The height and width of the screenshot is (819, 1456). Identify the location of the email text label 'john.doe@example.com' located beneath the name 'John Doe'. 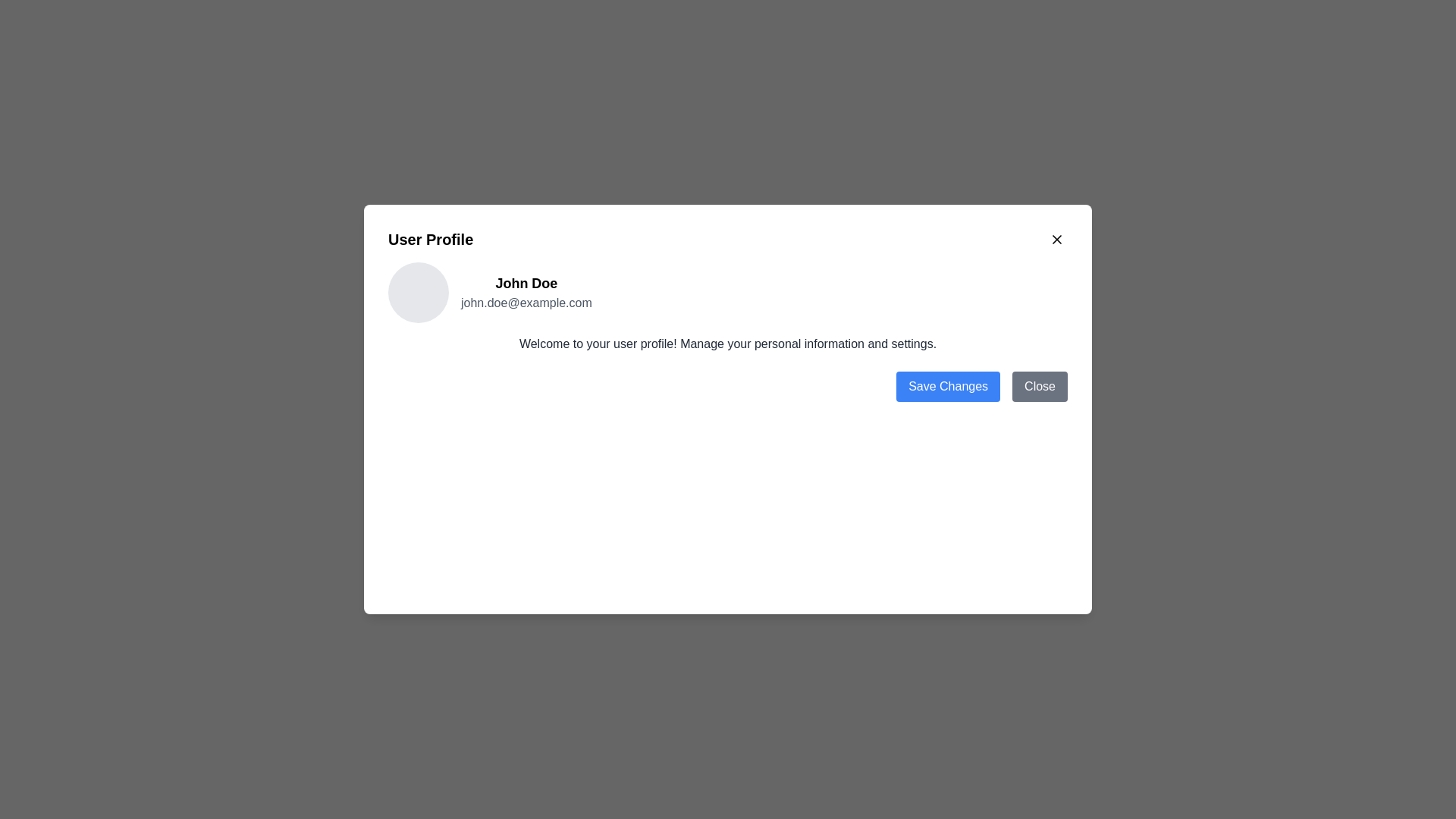
(526, 303).